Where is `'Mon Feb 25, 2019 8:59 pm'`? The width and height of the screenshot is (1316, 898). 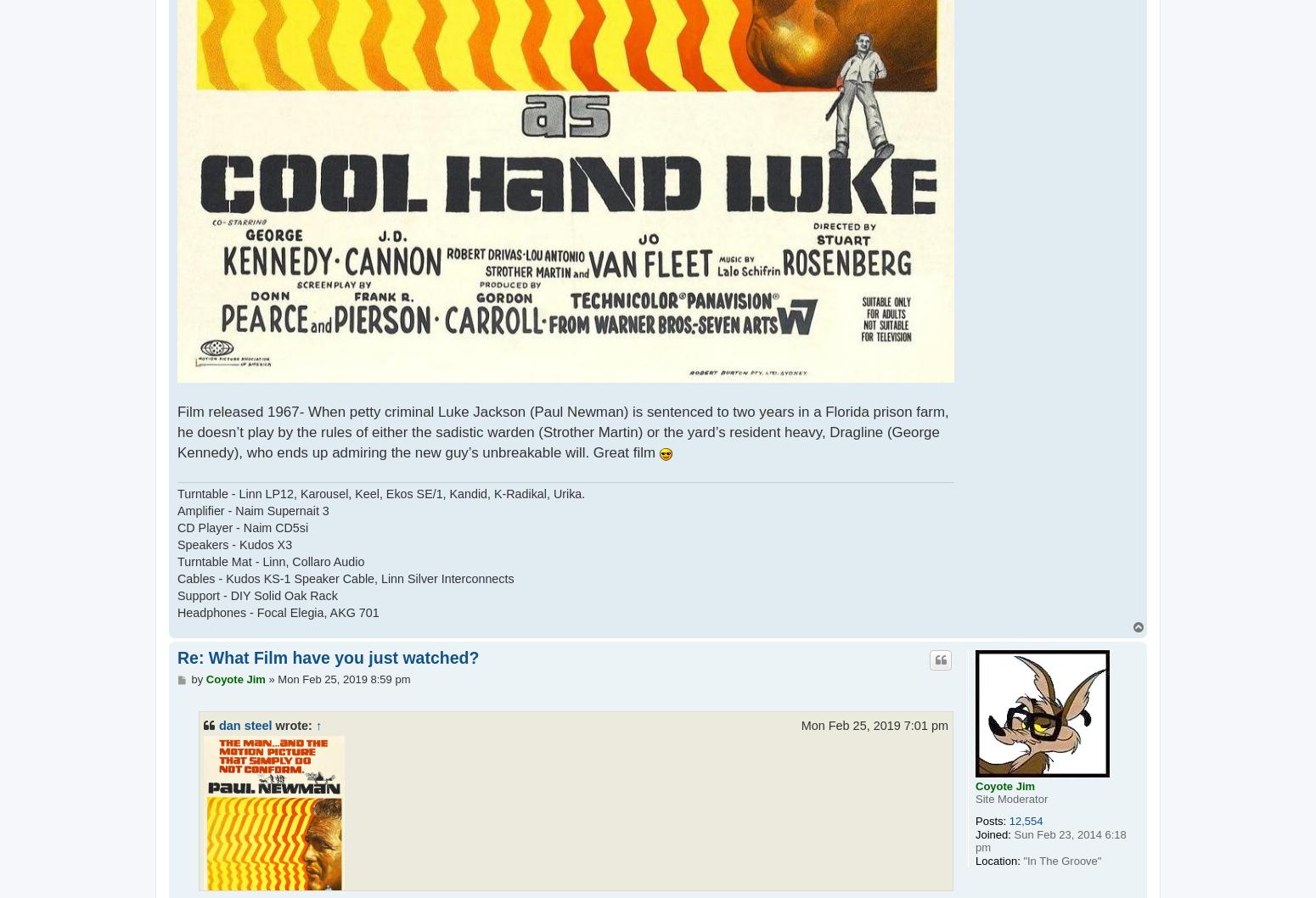
'Mon Feb 25, 2019 8:59 pm' is located at coordinates (344, 678).